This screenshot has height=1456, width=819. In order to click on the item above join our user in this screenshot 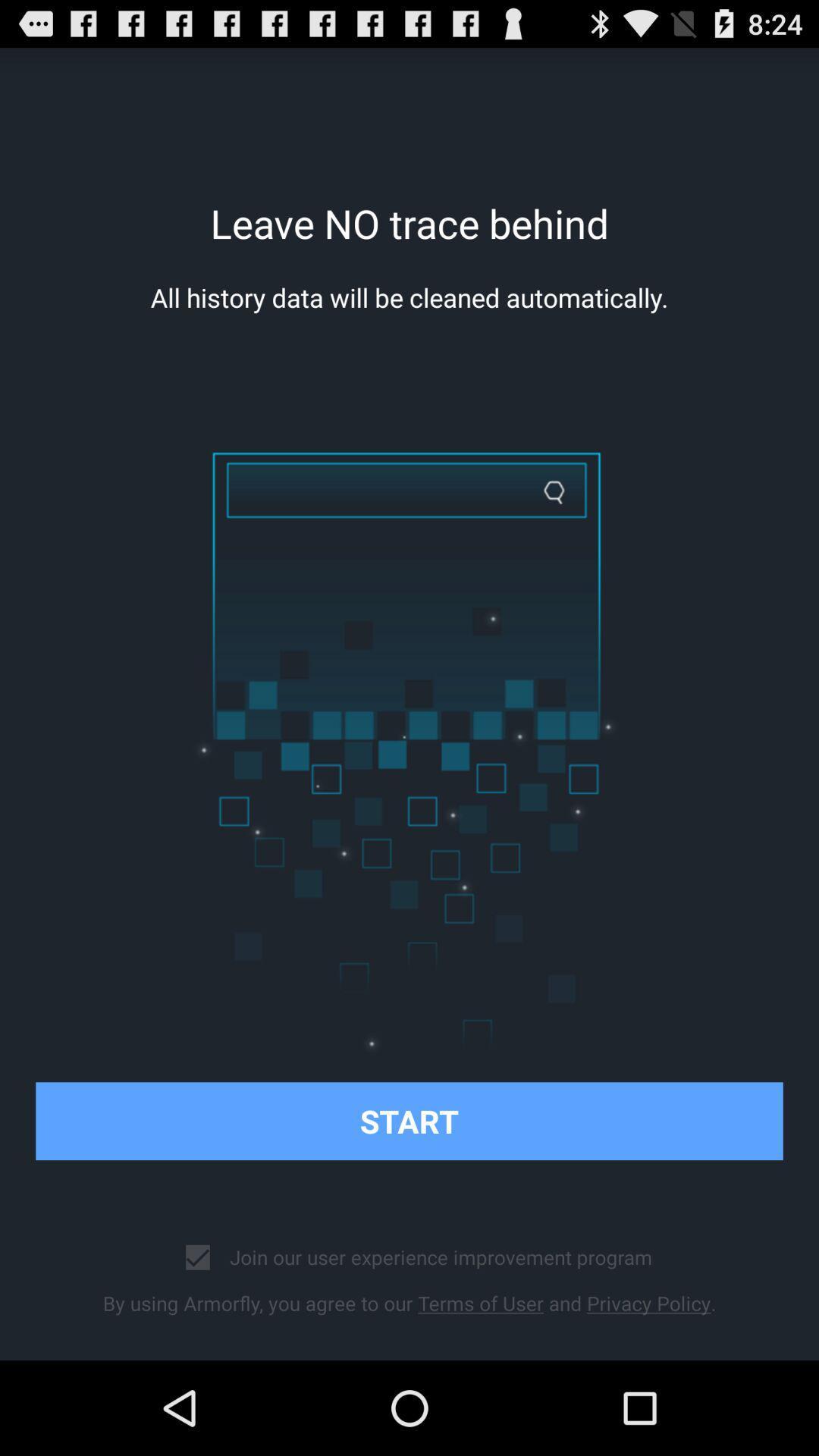, I will do `click(409, 1121)`.